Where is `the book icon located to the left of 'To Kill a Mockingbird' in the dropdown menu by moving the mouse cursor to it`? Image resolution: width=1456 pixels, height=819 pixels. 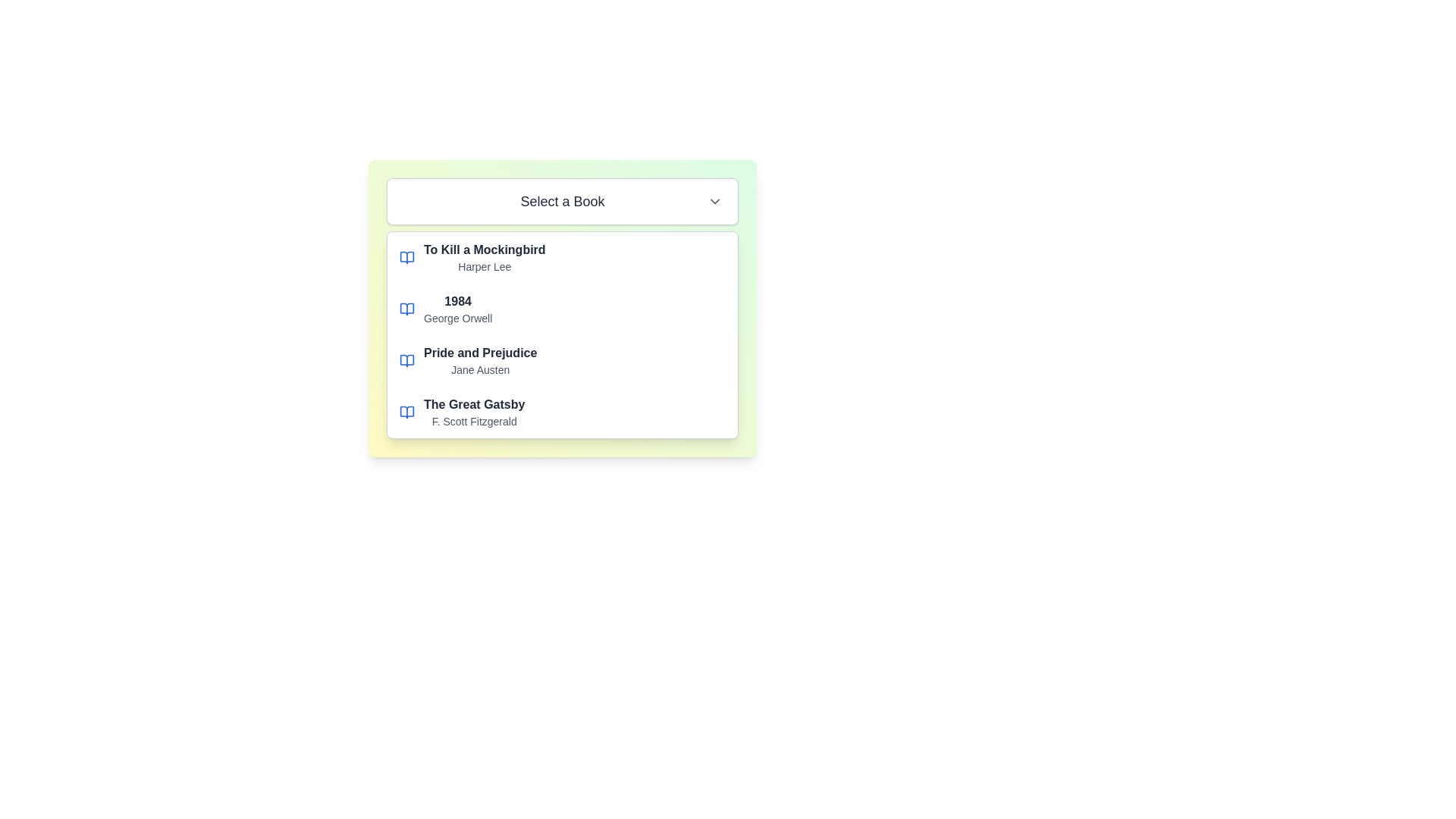 the book icon located to the left of 'To Kill a Mockingbird' in the dropdown menu by moving the mouse cursor to it is located at coordinates (407, 256).